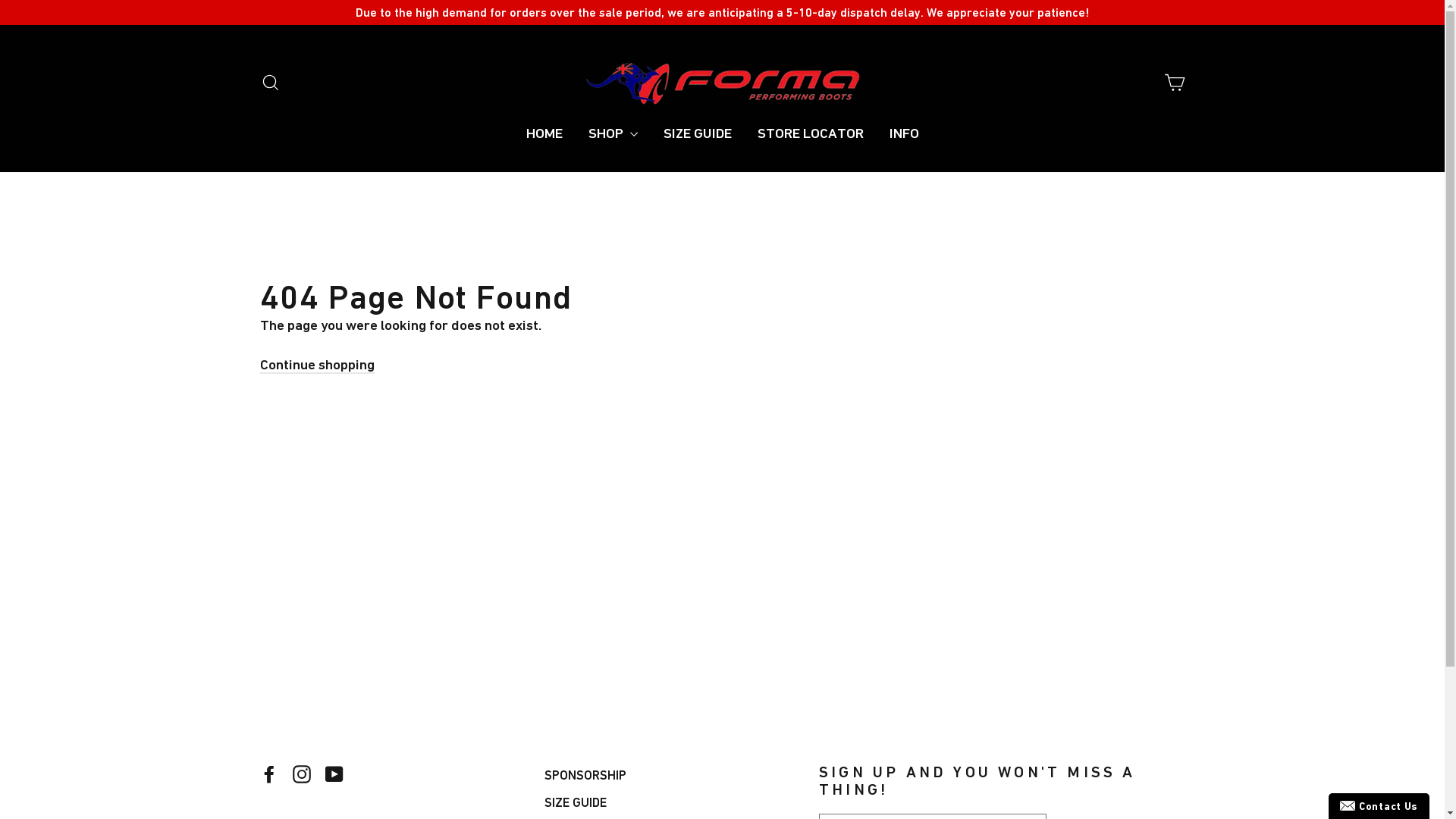  Describe the element at coordinates (670, 775) in the screenshot. I see `'SPONSORSHIP'` at that location.